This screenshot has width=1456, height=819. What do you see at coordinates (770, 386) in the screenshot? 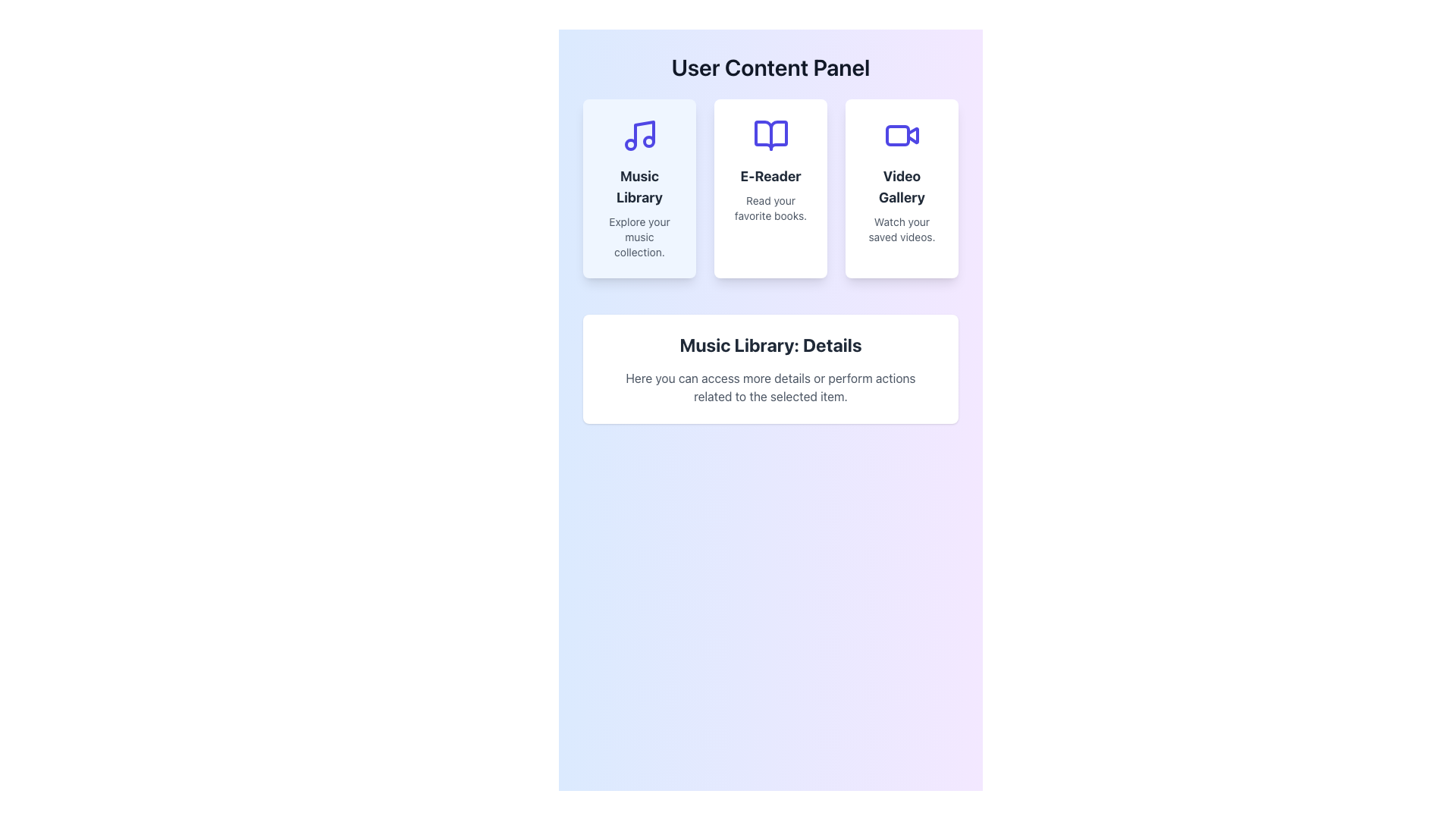
I see `the text block styled in gray that reads 'Here you can access more details or perform actions related to the selected item.' located inside the 'Music Library: Details' card` at bounding box center [770, 386].